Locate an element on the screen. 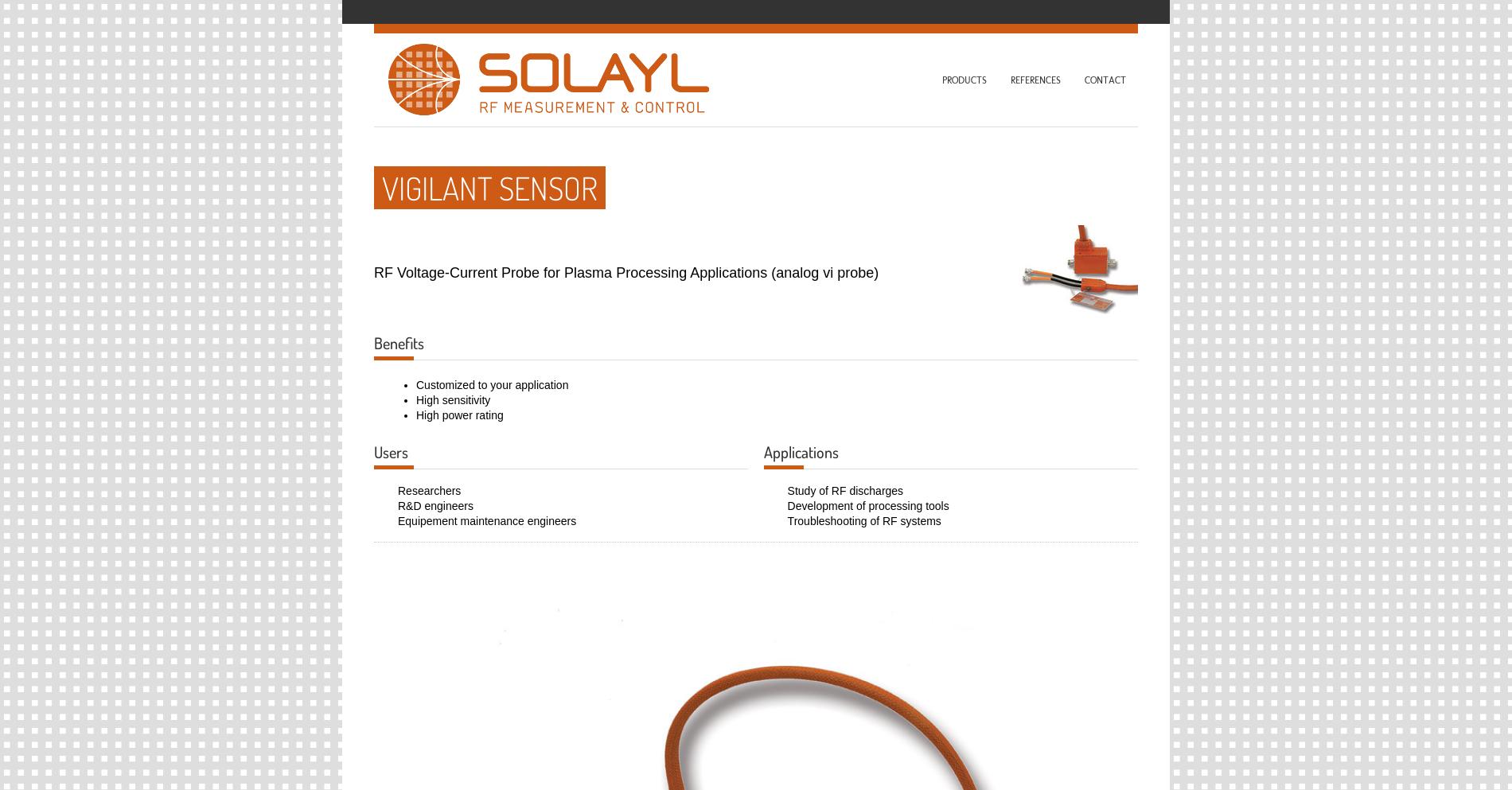  'Benefits' is located at coordinates (399, 342).